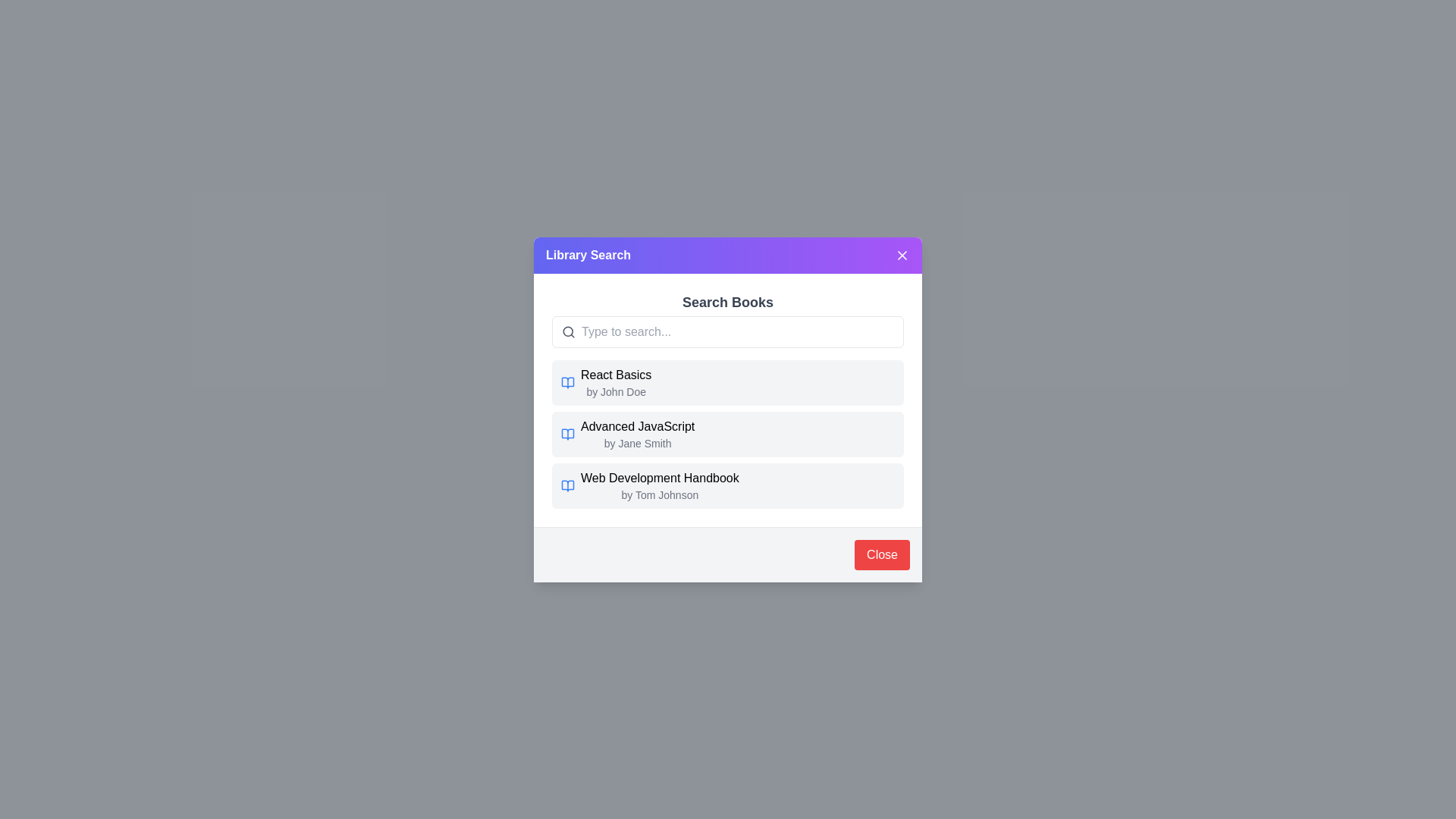 The width and height of the screenshot is (1456, 819). What do you see at coordinates (882, 554) in the screenshot?
I see `the 'Close' button with a bold red background and white text located at the bottom-right corner of the modal dialog` at bounding box center [882, 554].